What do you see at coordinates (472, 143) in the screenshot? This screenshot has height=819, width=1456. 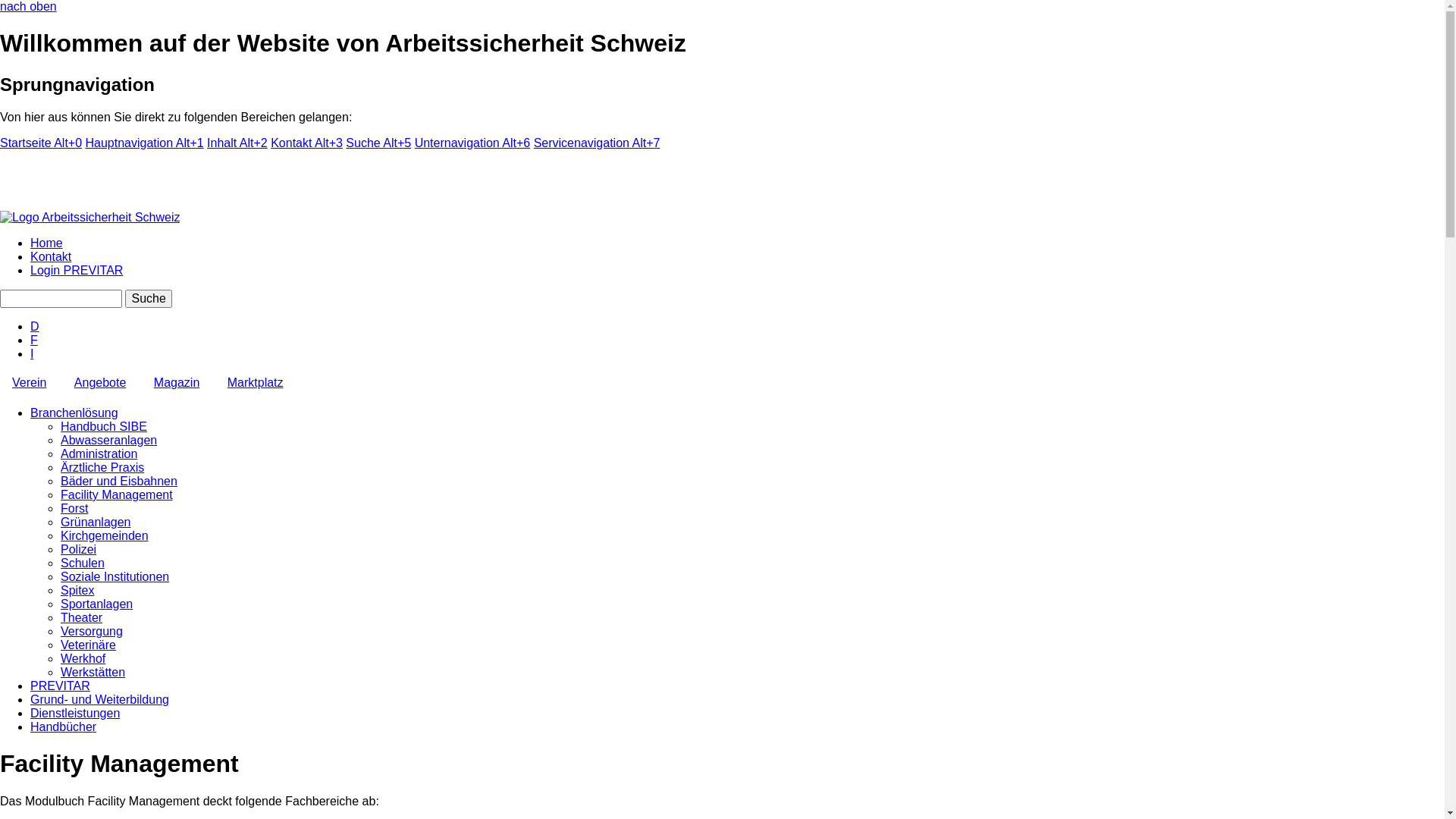 I see `'Unternavigation Alt+6'` at bounding box center [472, 143].